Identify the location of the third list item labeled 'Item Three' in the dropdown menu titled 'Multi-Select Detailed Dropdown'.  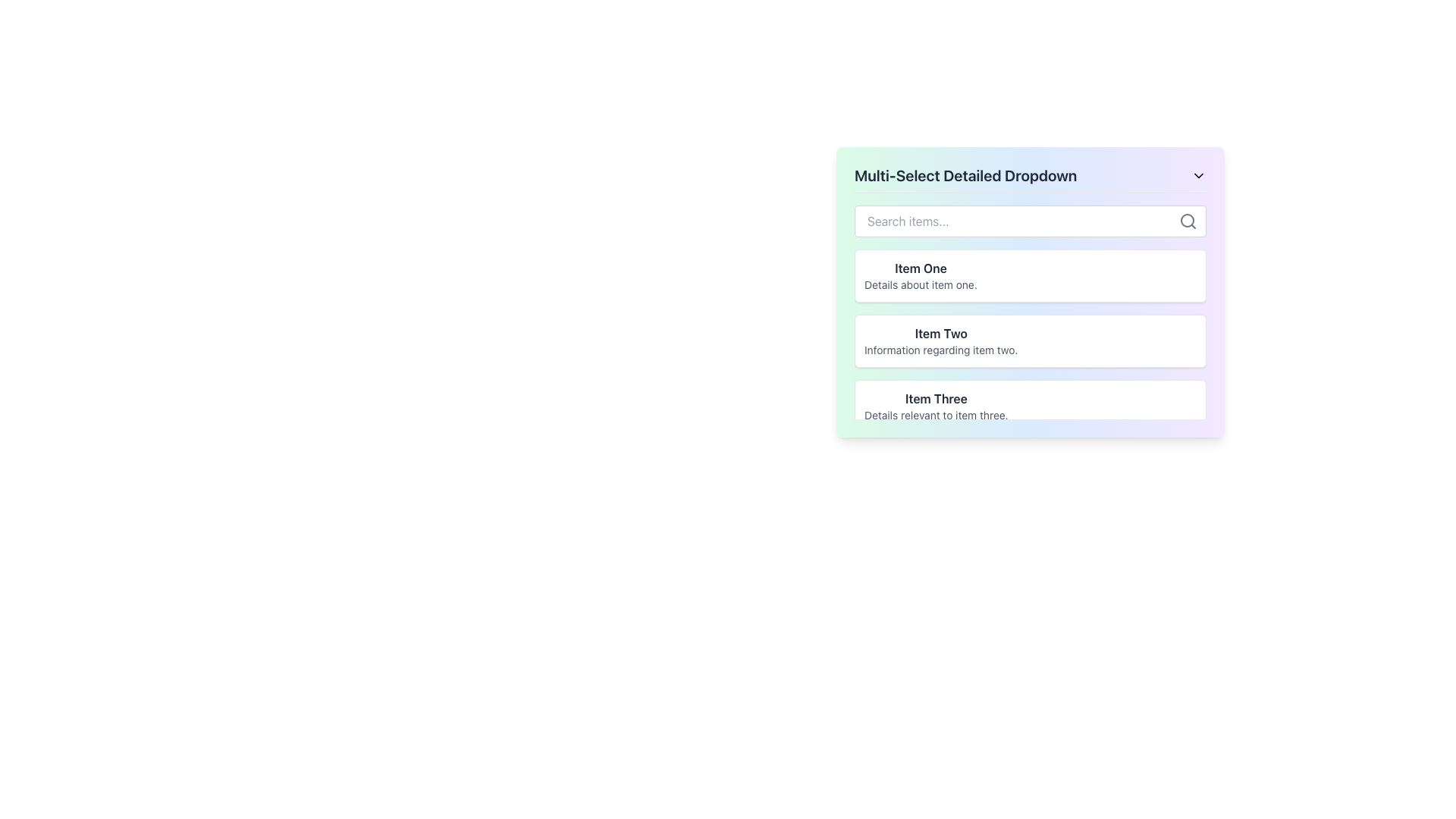
(935, 406).